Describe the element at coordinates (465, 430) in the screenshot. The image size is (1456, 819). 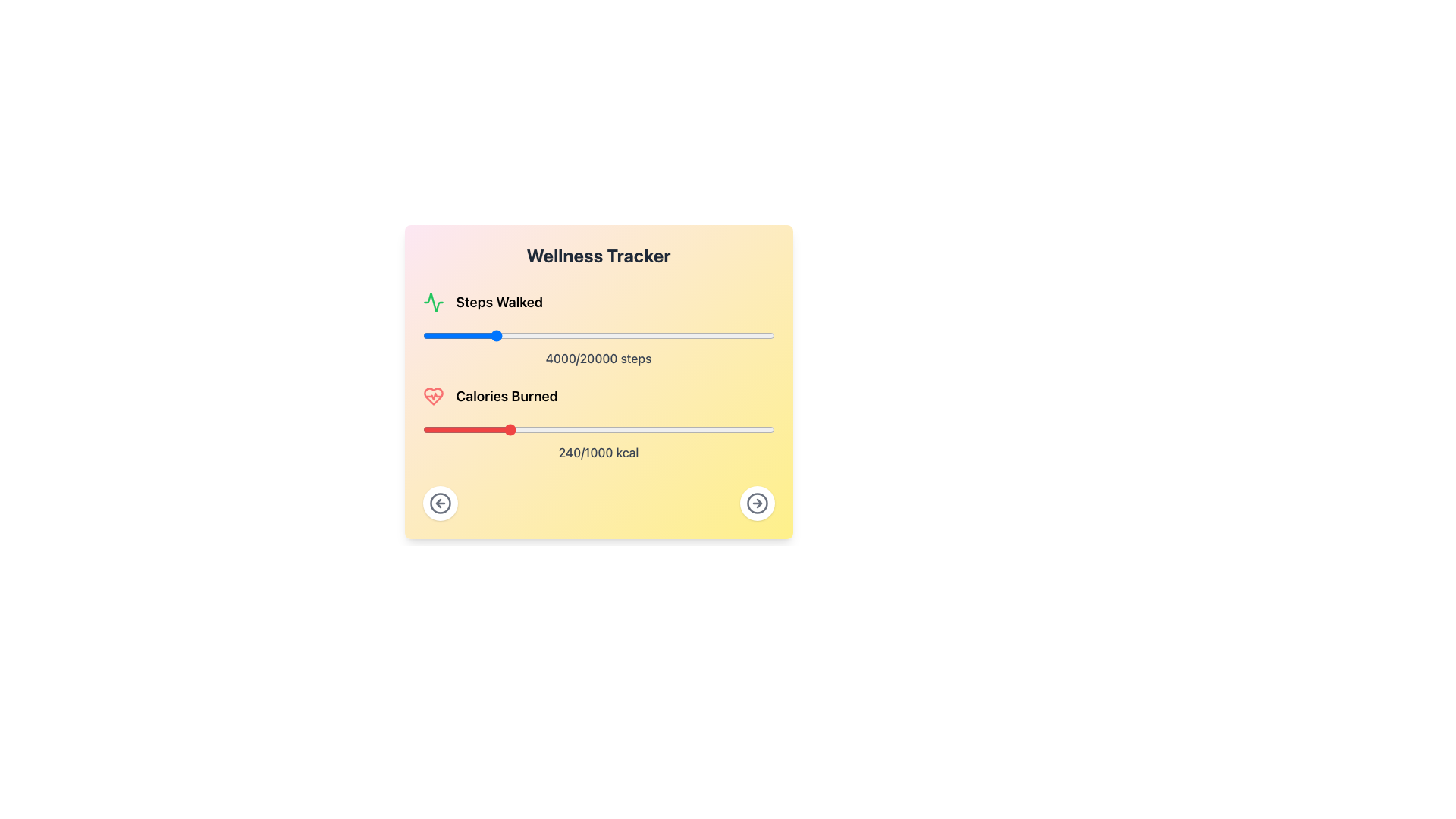
I see `calories burned slider` at that location.